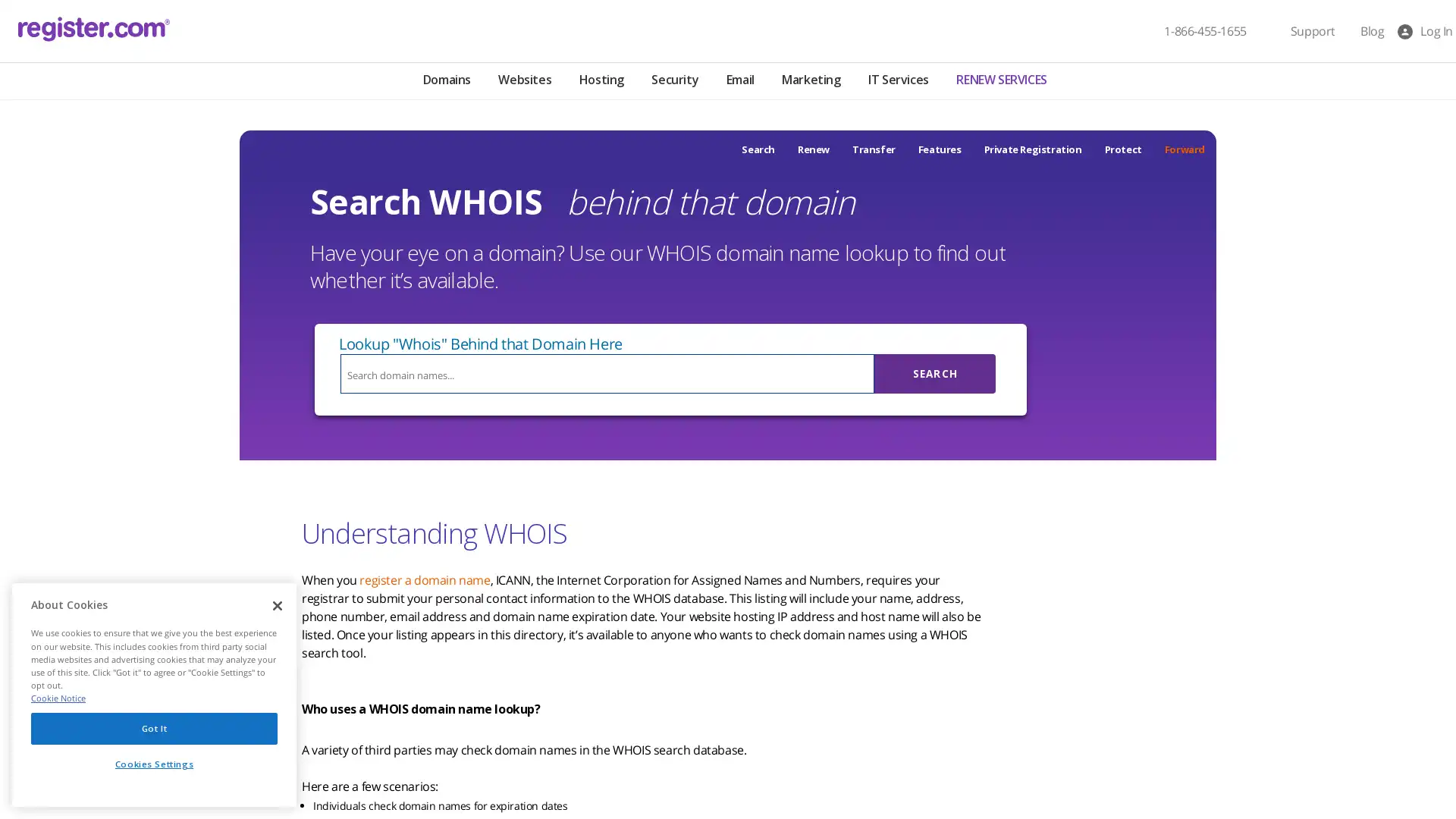 The height and width of the screenshot is (819, 1456). What do you see at coordinates (24, 742) in the screenshot?
I see `Explore your accessibility options` at bounding box center [24, 742].